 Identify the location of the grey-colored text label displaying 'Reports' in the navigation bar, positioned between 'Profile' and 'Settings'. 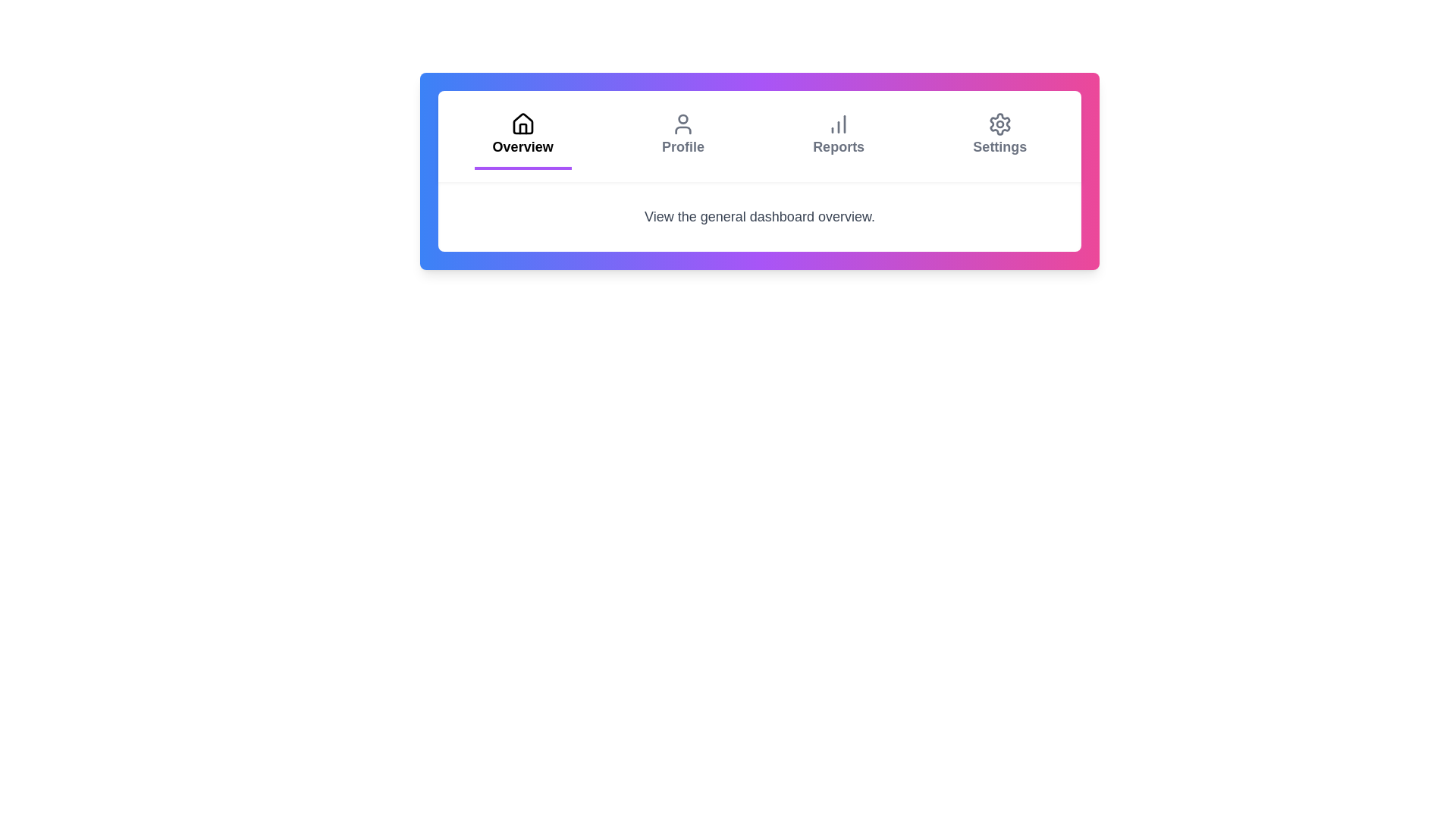
(838, 146).